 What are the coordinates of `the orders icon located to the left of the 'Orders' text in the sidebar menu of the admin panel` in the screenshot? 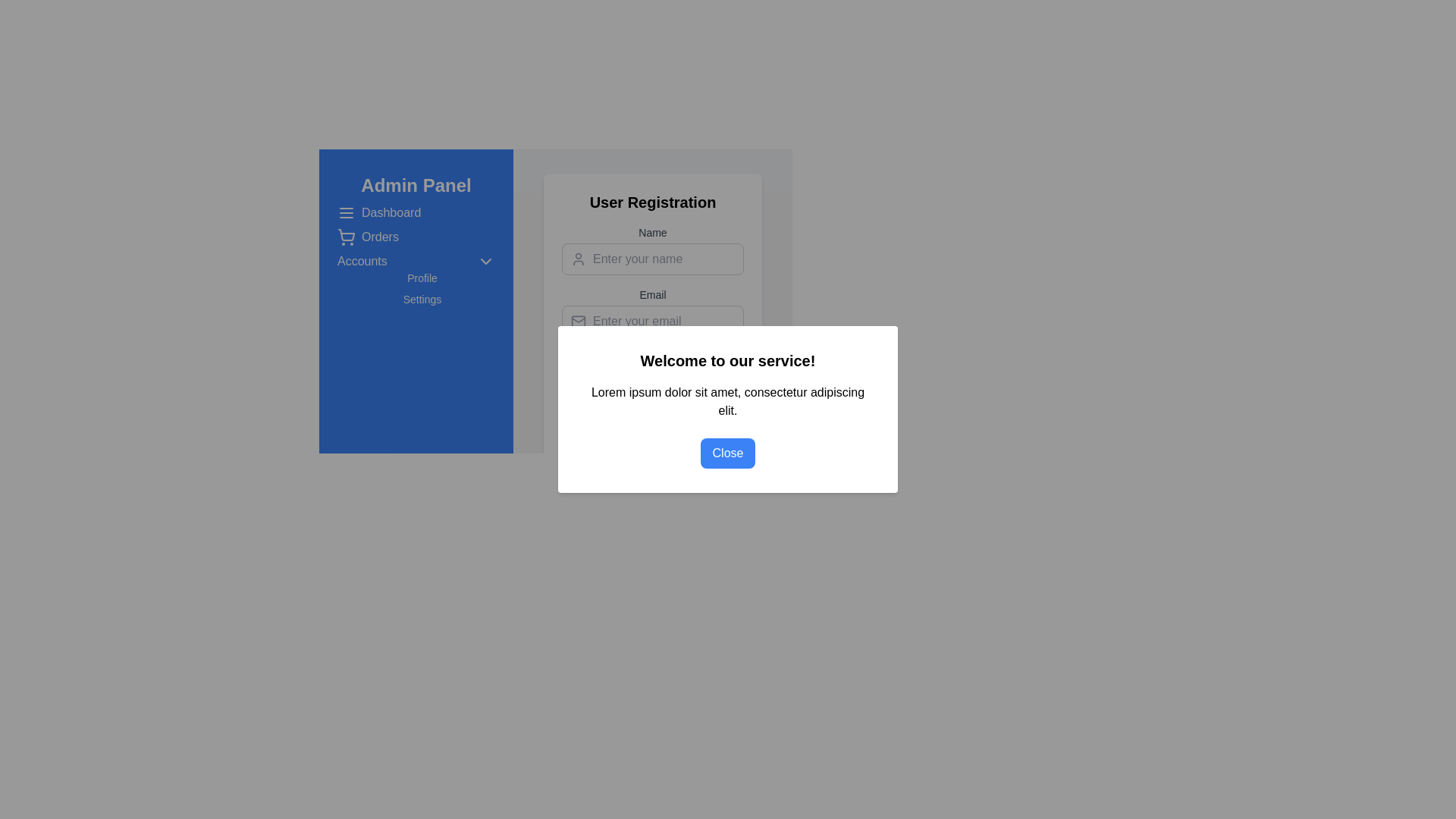 It's located at (345, 237).